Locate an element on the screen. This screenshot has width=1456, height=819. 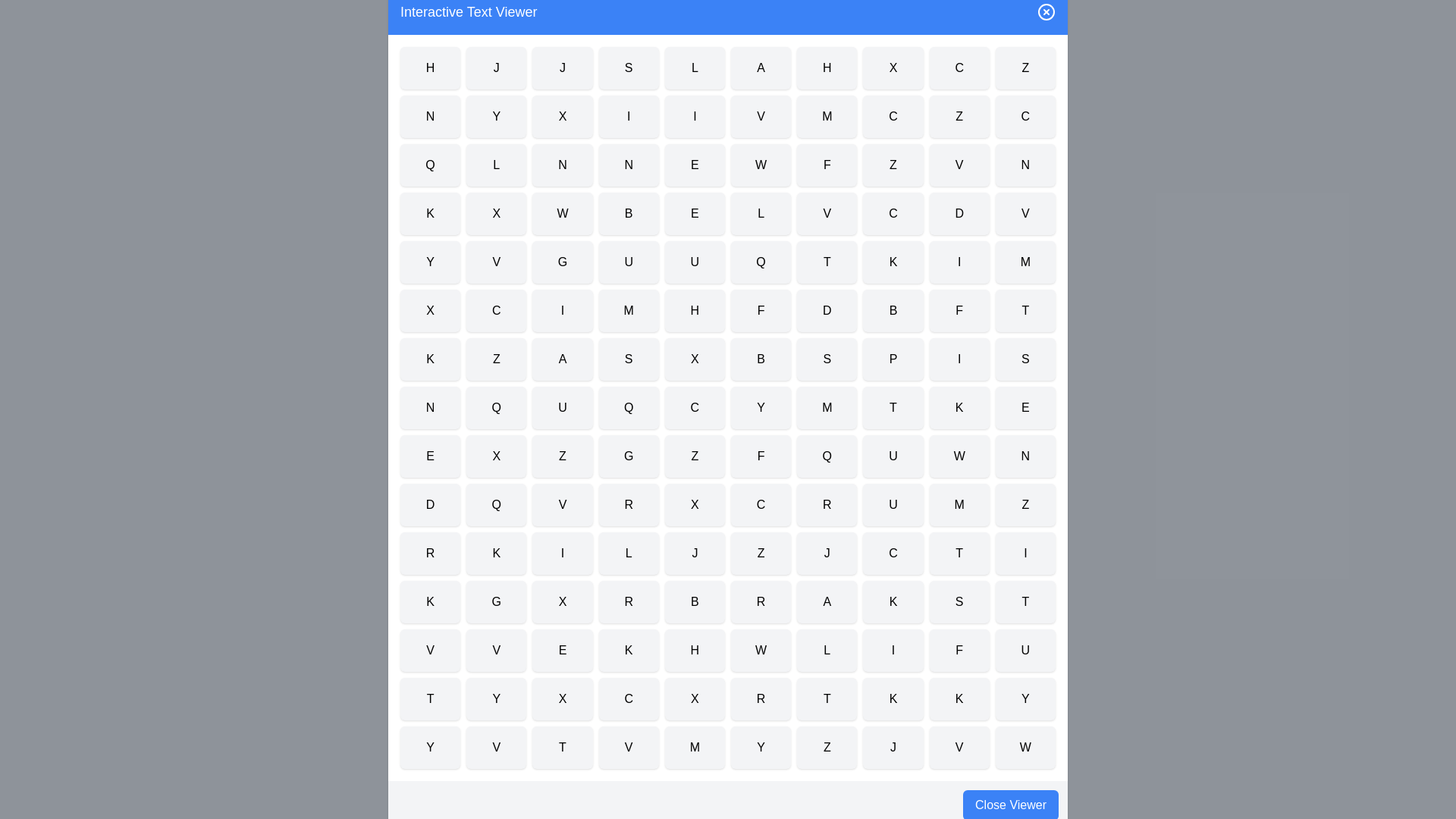
close icon at the top right of the dialog is located at coordinates (1046, 11).